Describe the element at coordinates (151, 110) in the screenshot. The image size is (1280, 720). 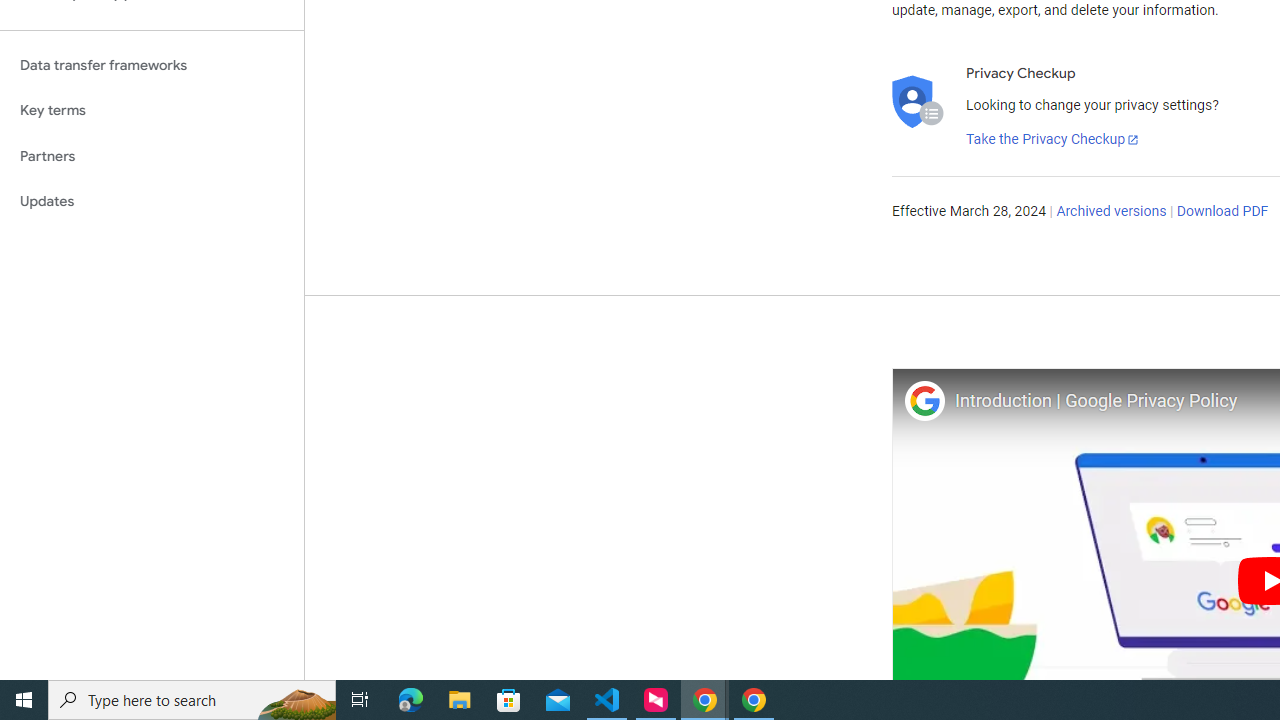
I see `'Key terms'` at that location.